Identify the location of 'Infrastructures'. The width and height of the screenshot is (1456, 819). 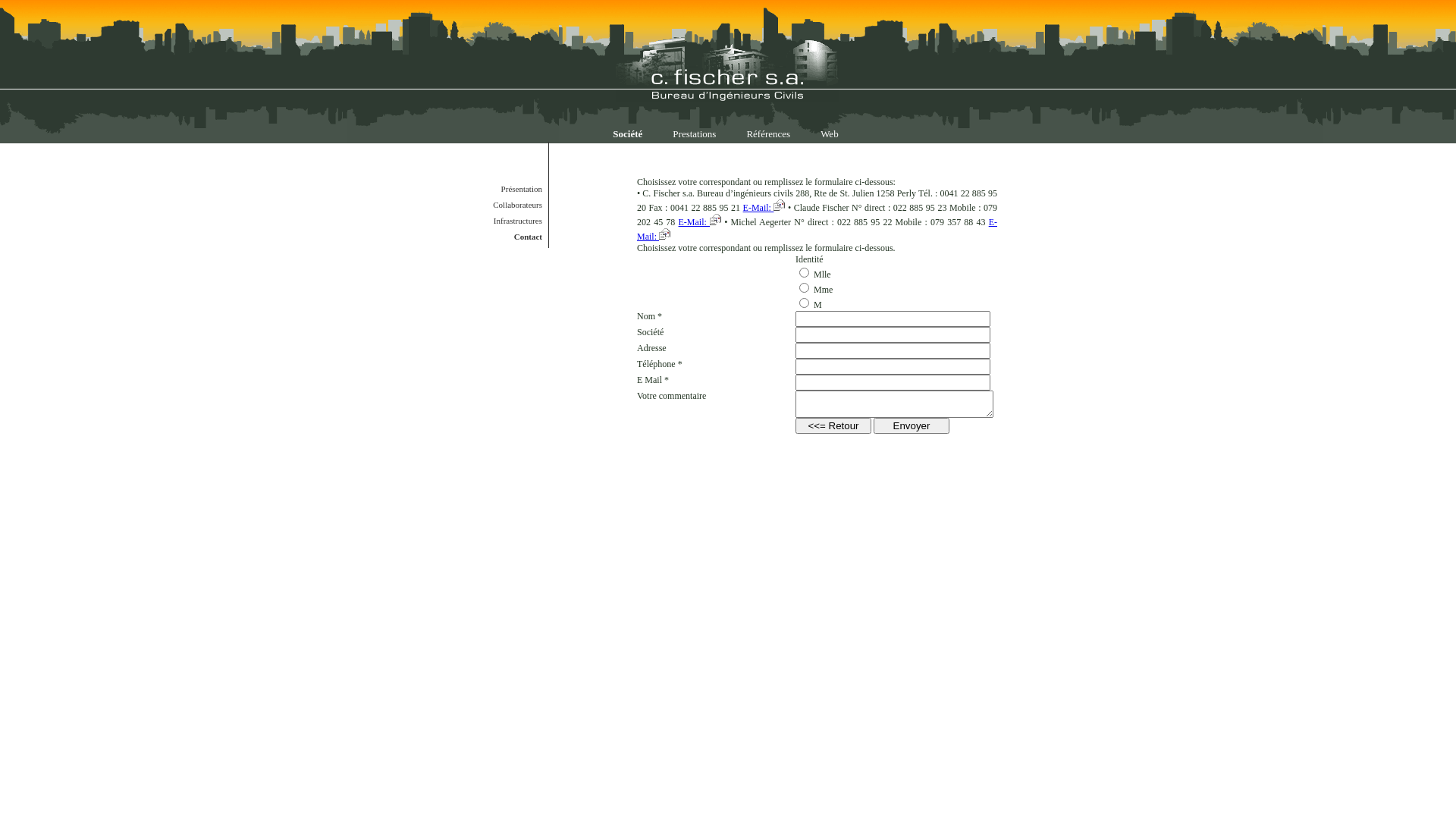
(500, 220).